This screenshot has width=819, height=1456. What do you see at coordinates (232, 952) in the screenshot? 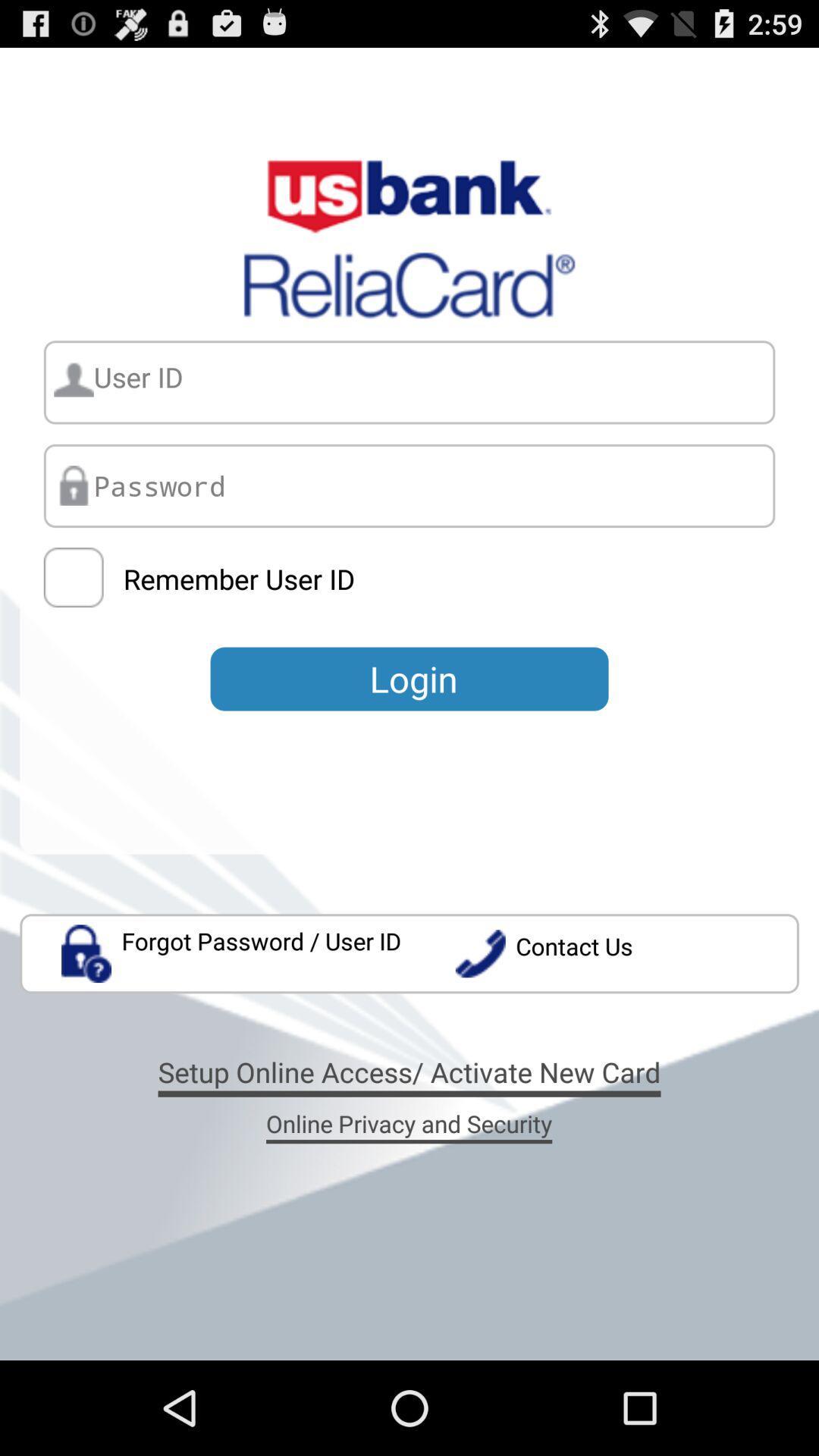
I see `the app above the setup online access icon` at bounding box center [232, 952].